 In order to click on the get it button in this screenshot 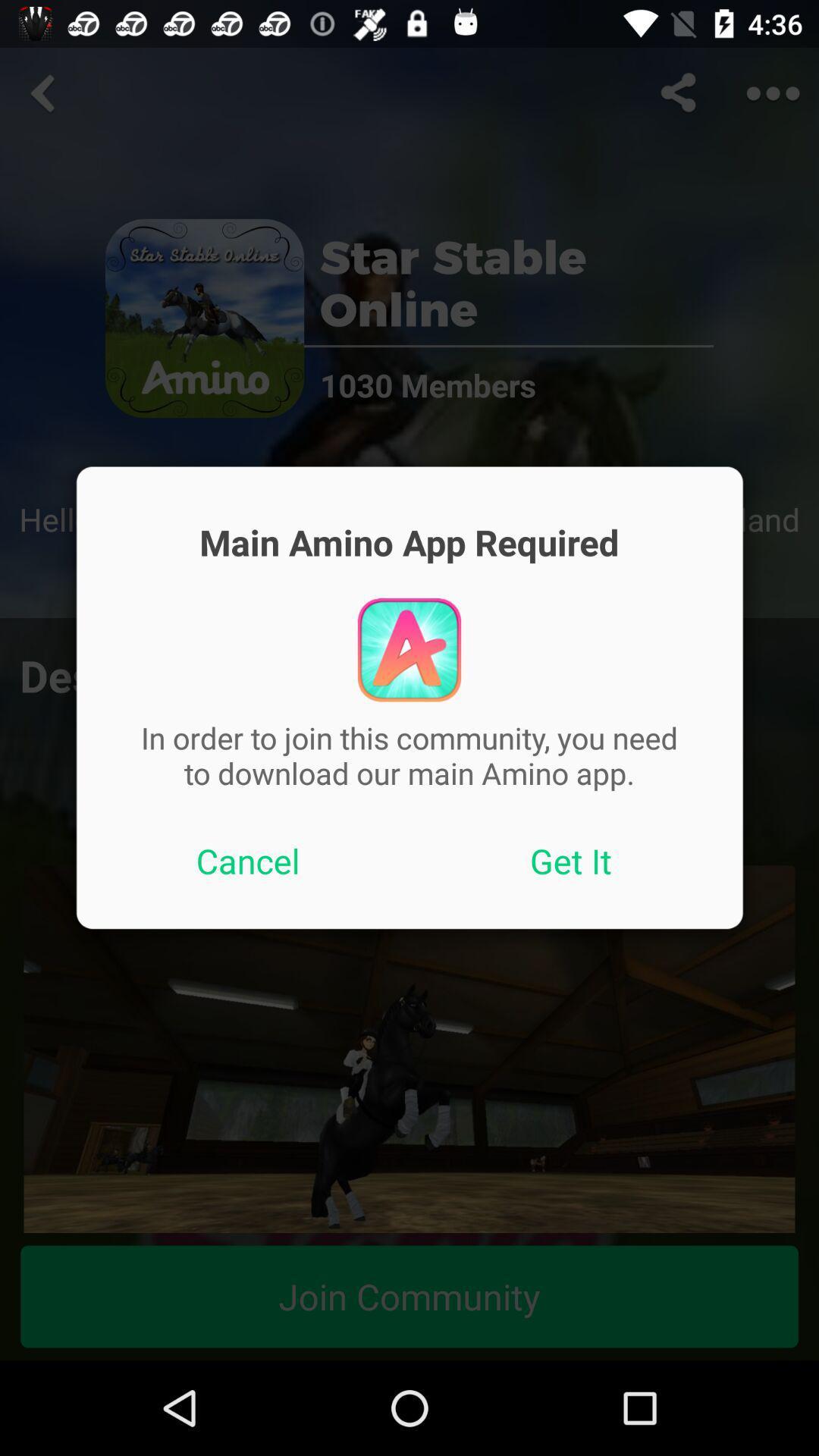, I will do `click(571, 861)`.